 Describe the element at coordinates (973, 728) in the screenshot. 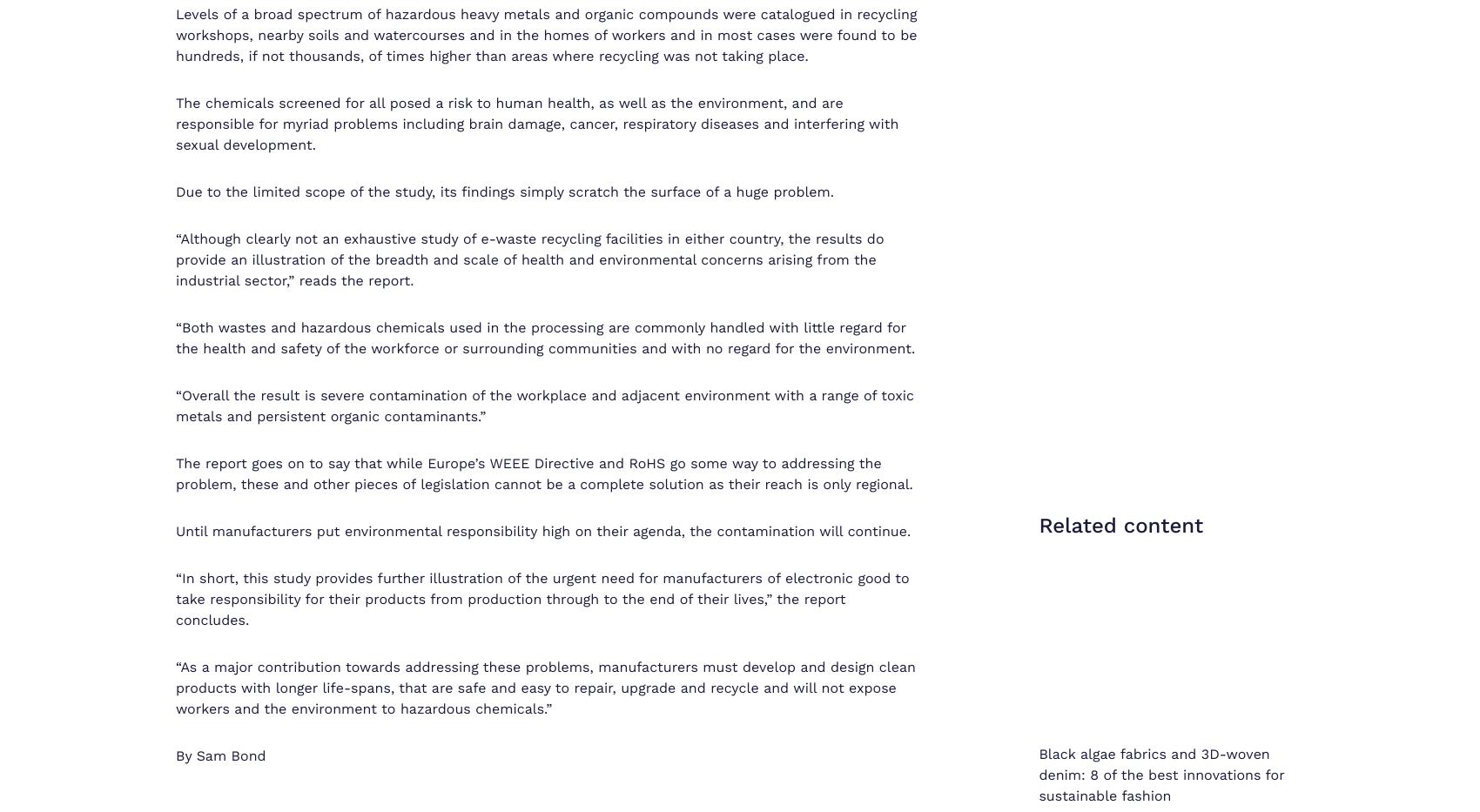

I see `'About Us'` at that location.